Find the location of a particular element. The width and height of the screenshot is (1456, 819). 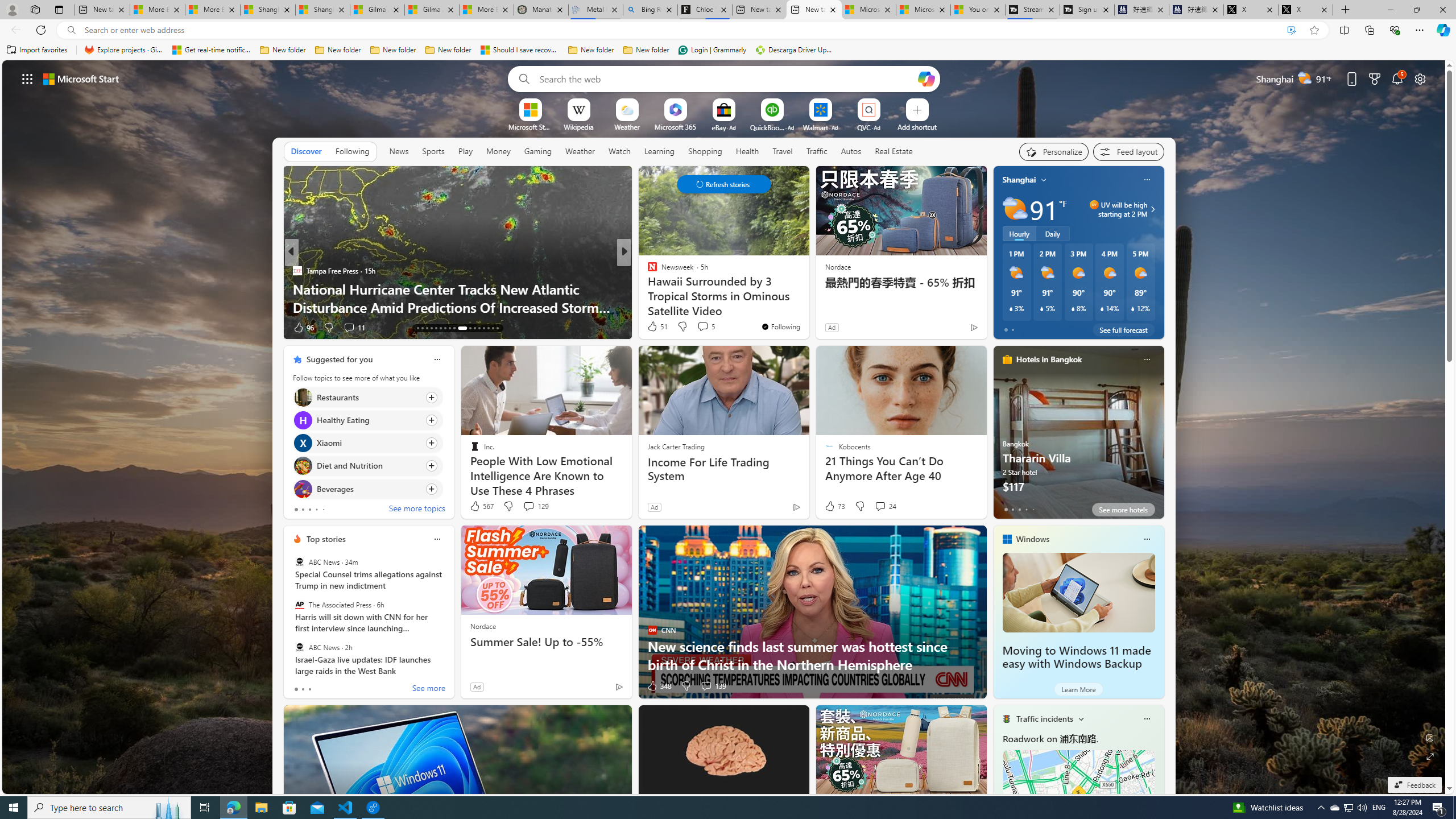

'Page settings' is located at coordinates (1420, 78).